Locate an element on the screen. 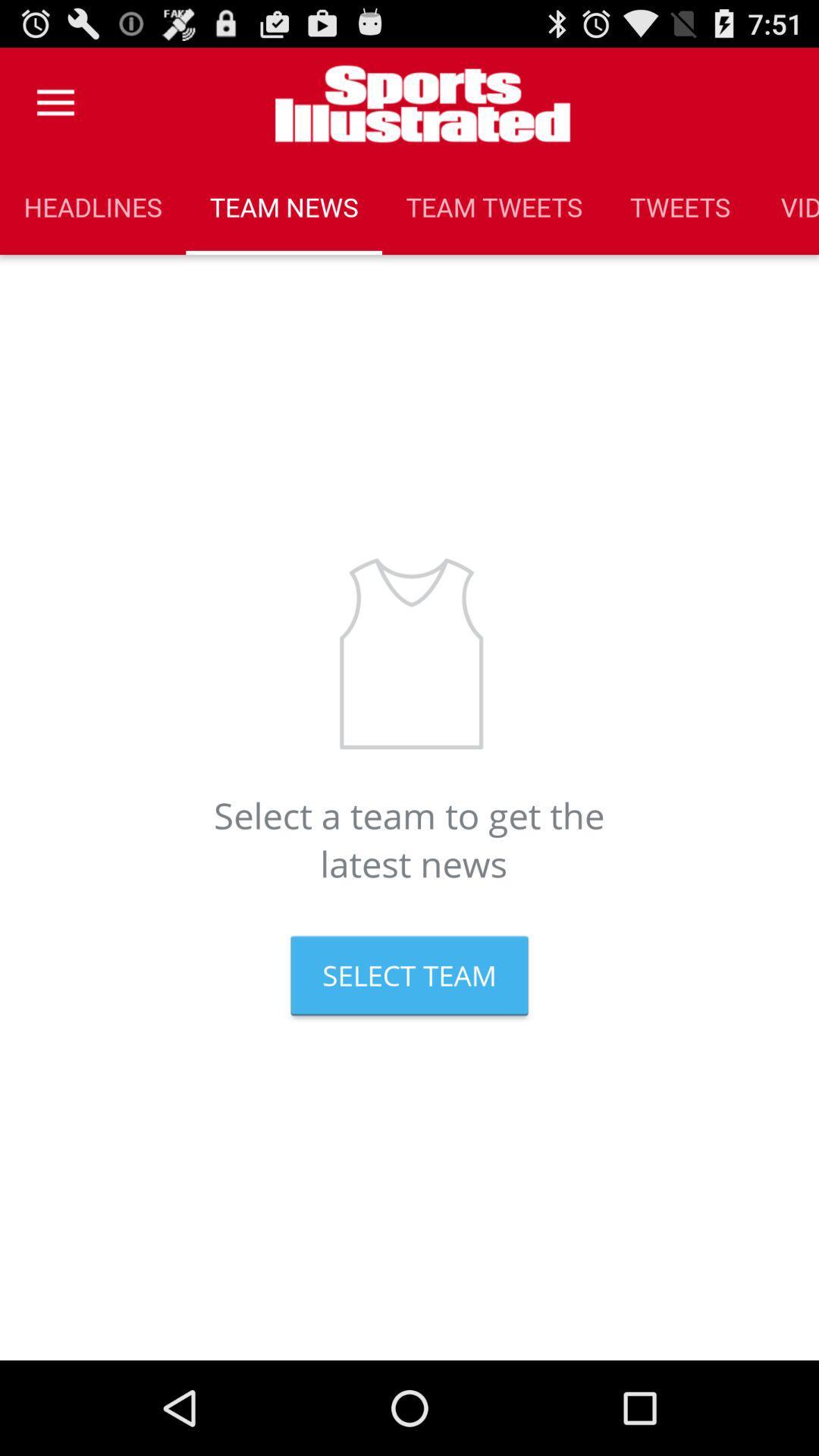 This screenshot has width=819, height=1456. the item above the headlines is located at coordinates (55, 102).